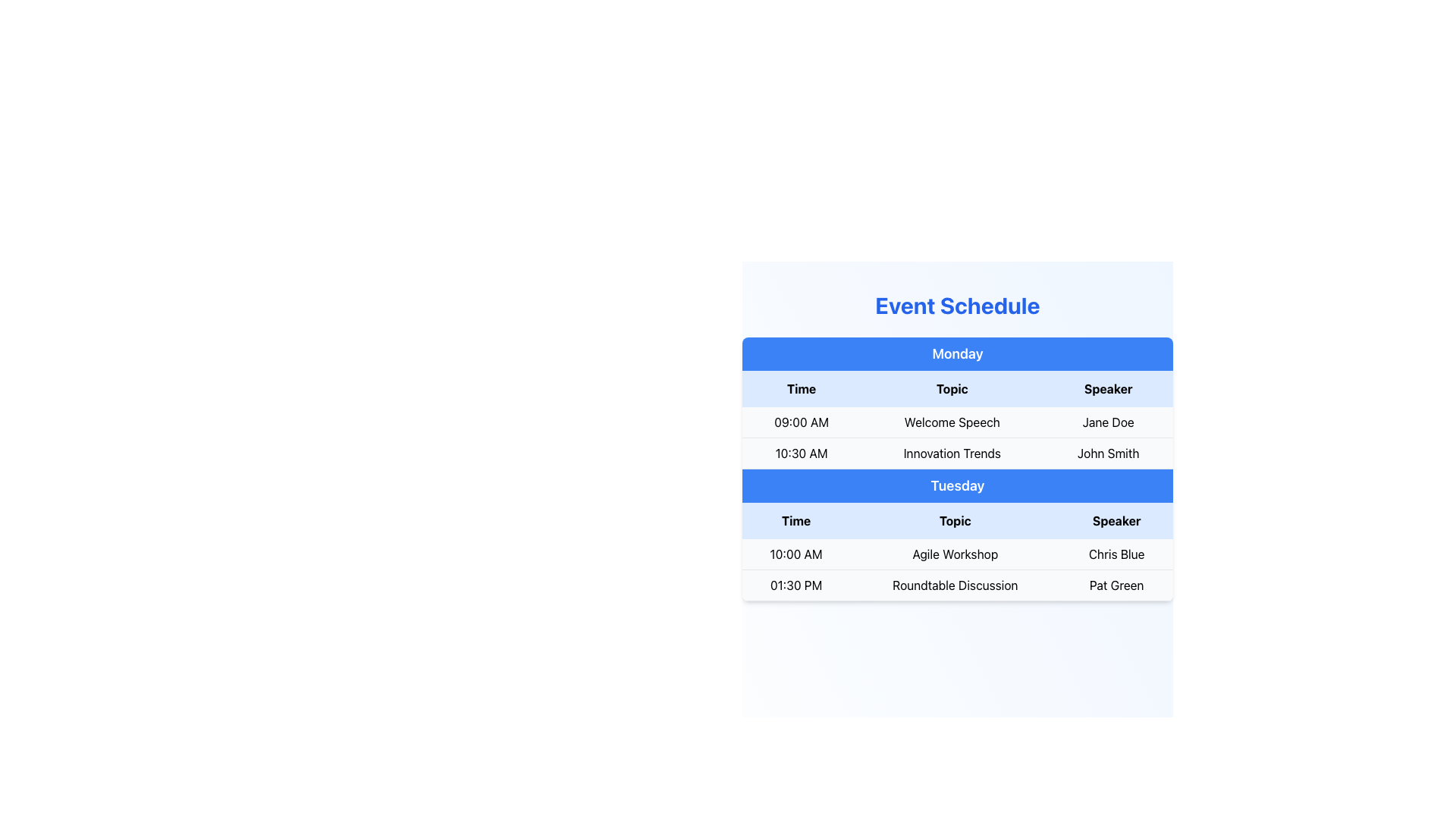 This screenshot has height=819, width=1456. Describe the element at coordinates (951, 452) in the screenshot. I see `the static text label indicating a specific topic in the event schedule, which is centrally aligned in the 'Topic' column of the Monday schedule row` at that location.